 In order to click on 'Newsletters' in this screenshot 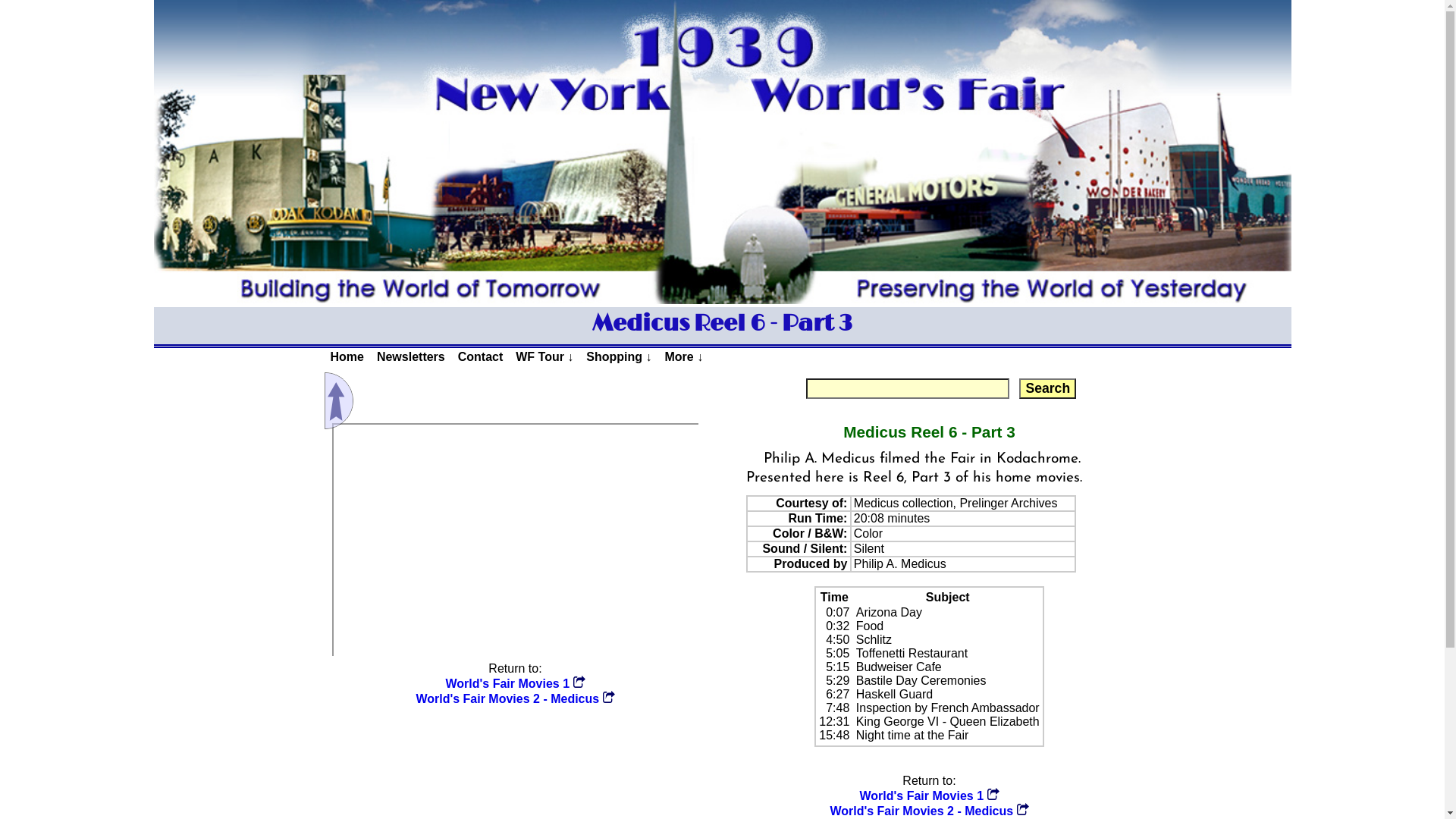, I will do `click(410, 357)`.